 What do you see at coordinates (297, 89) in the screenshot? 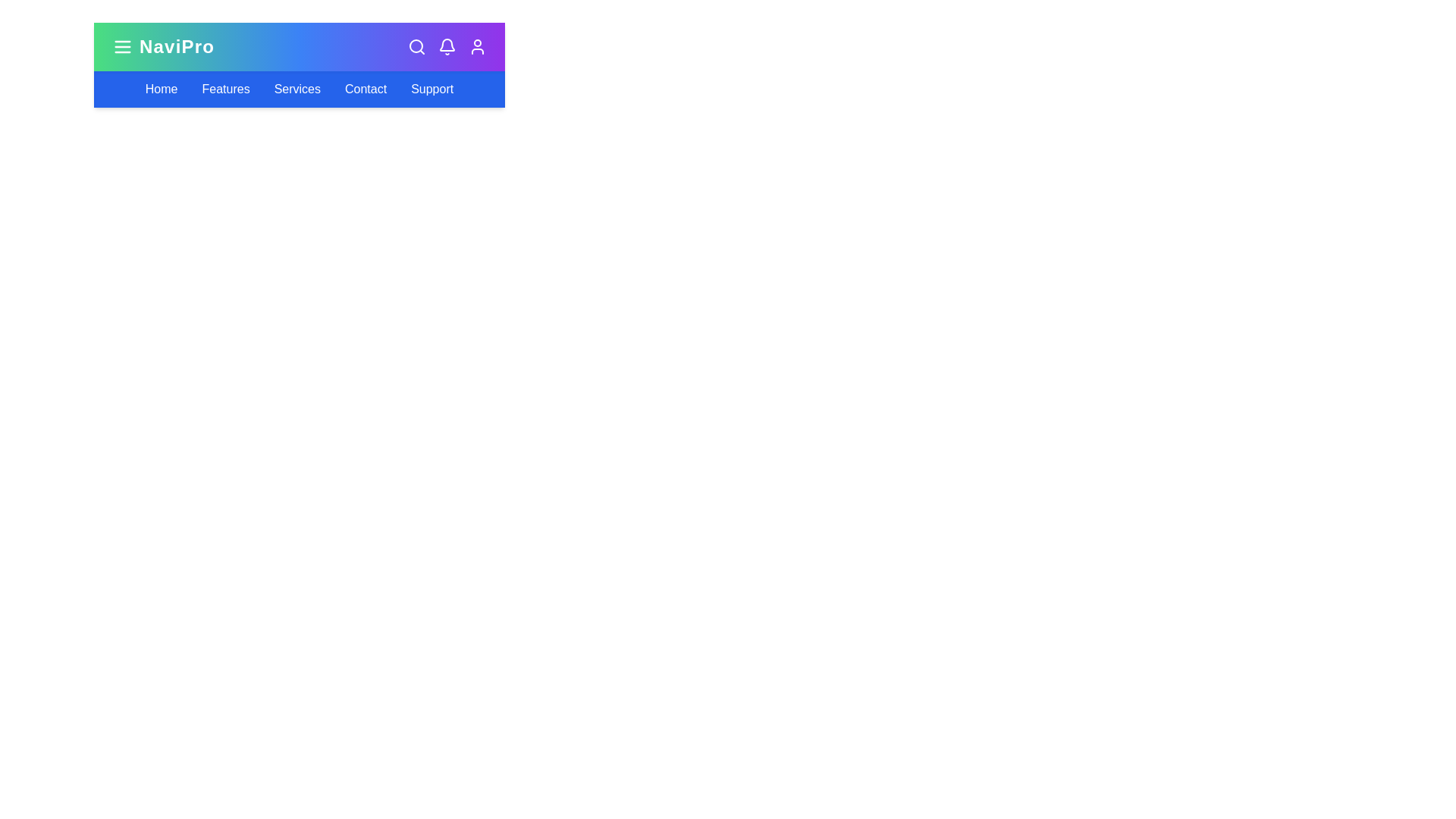
I see `the Services navigation link in the navigation bar` at bounding box center [297, 89].